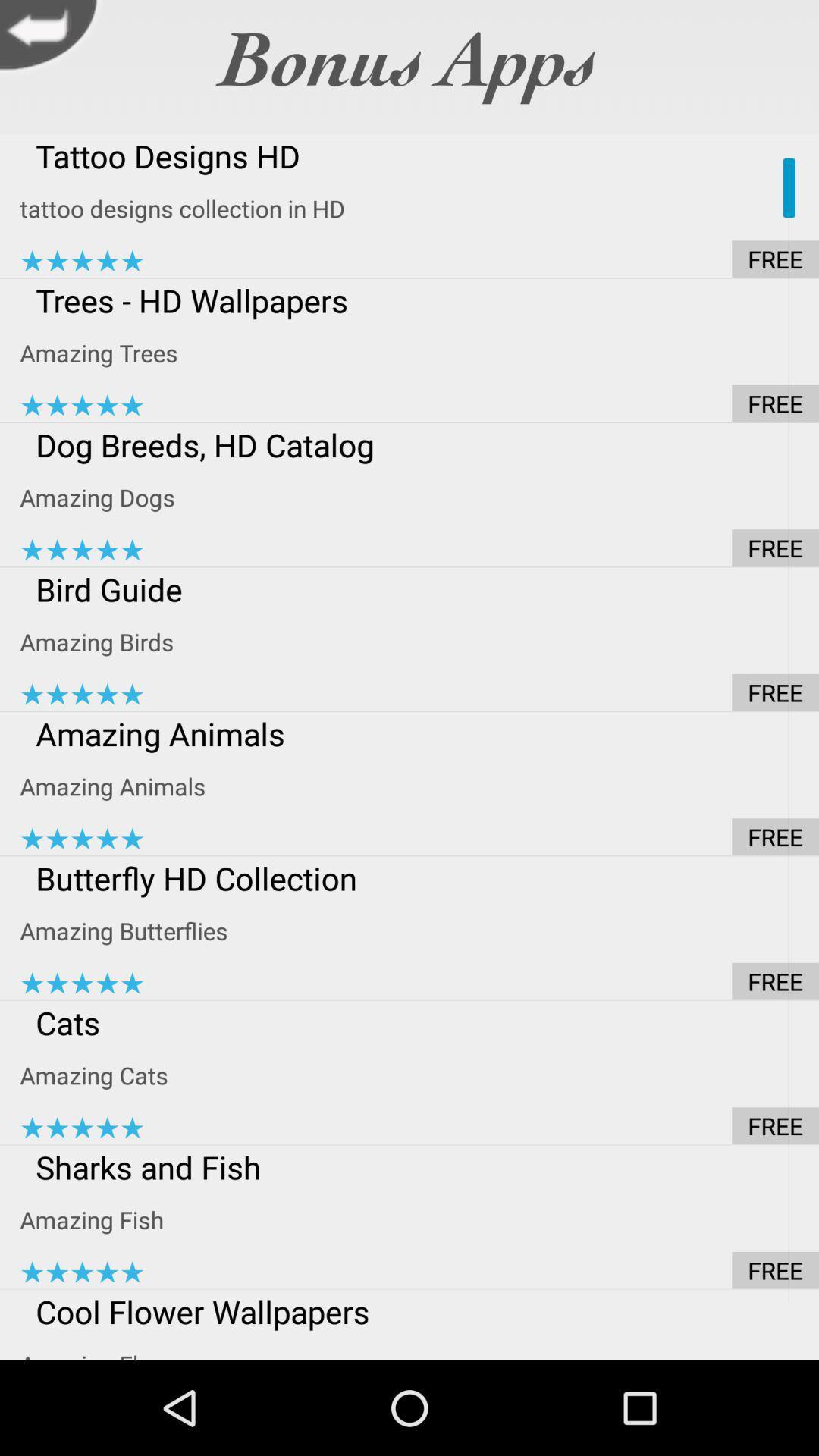 Image resolution: width=819 pixels, height=1456 pixels. What do you see at coordinates (419, 1166) in the screenshot?
I see `app above the amazing fish  icon` at bounding box center [419, 1166].